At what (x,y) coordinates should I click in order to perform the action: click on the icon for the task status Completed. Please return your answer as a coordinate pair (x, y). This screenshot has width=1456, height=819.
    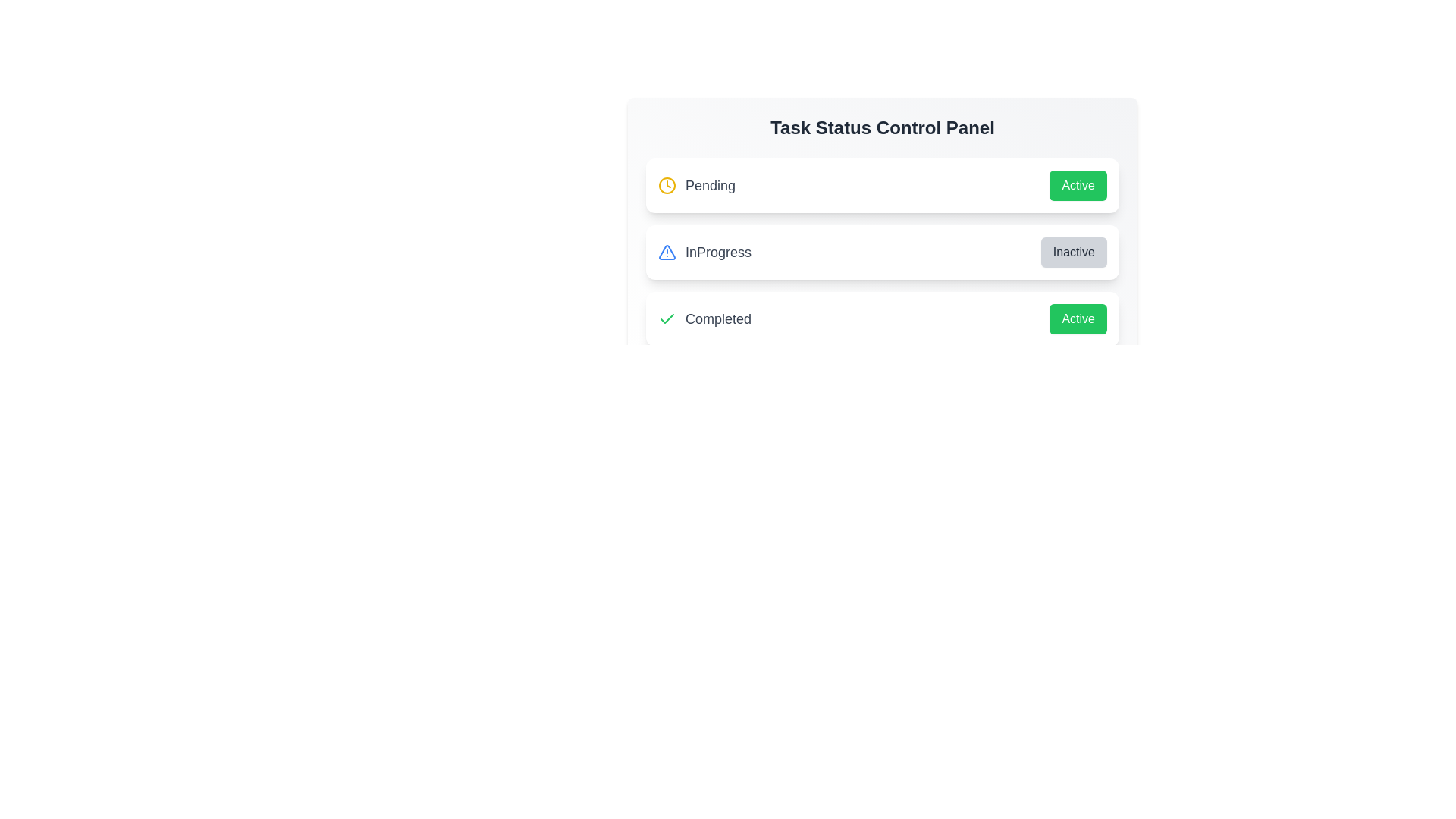
    Looking at the image, I should click on (667, 318).